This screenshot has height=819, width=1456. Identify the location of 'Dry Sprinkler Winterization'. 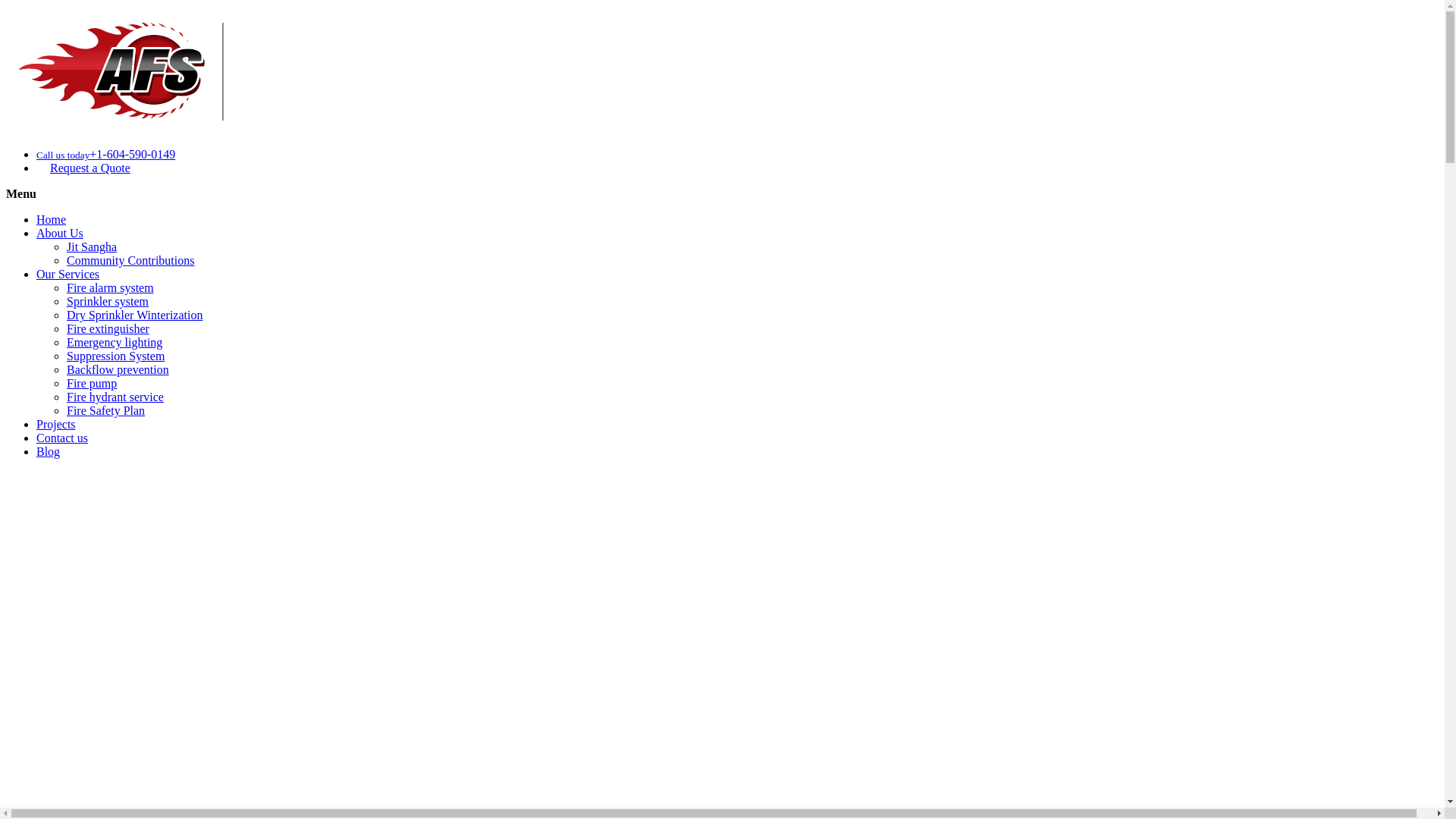
(134, 314).